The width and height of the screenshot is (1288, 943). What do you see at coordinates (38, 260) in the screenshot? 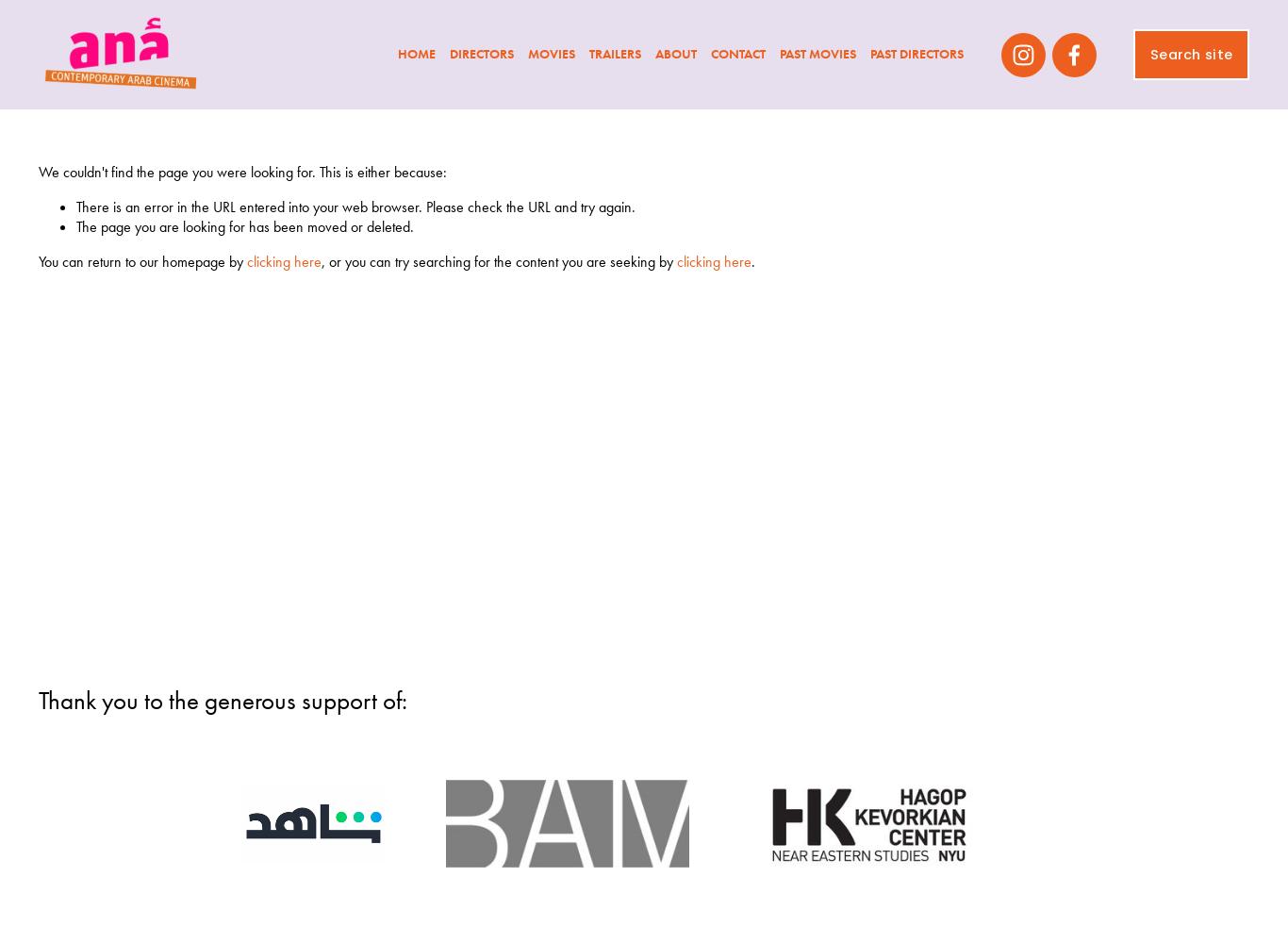
I see `'You can return to our homepage by'` at bounding box center [38, 260].